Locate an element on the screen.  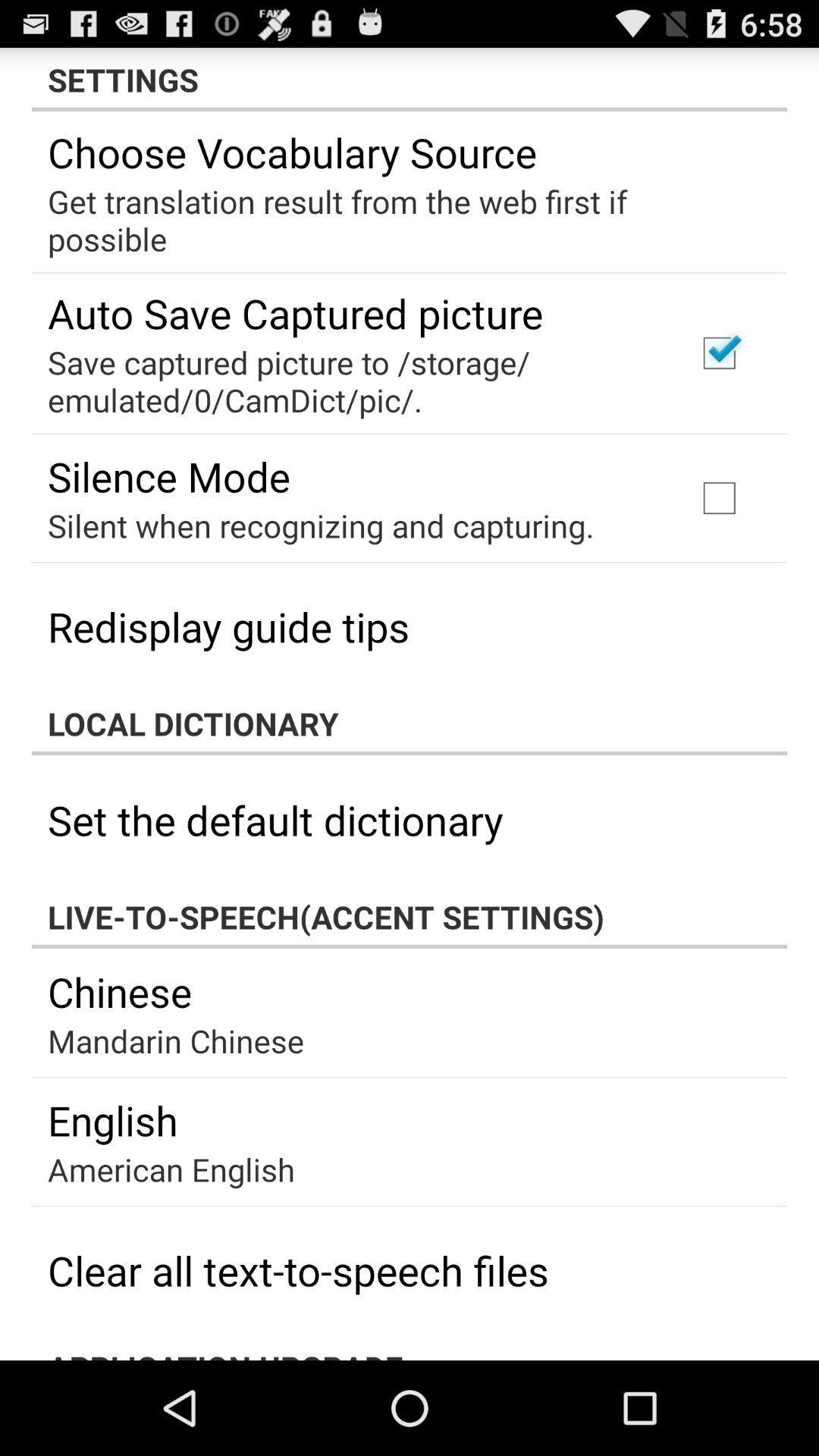
american english item is located at coordinates (171, 1168).